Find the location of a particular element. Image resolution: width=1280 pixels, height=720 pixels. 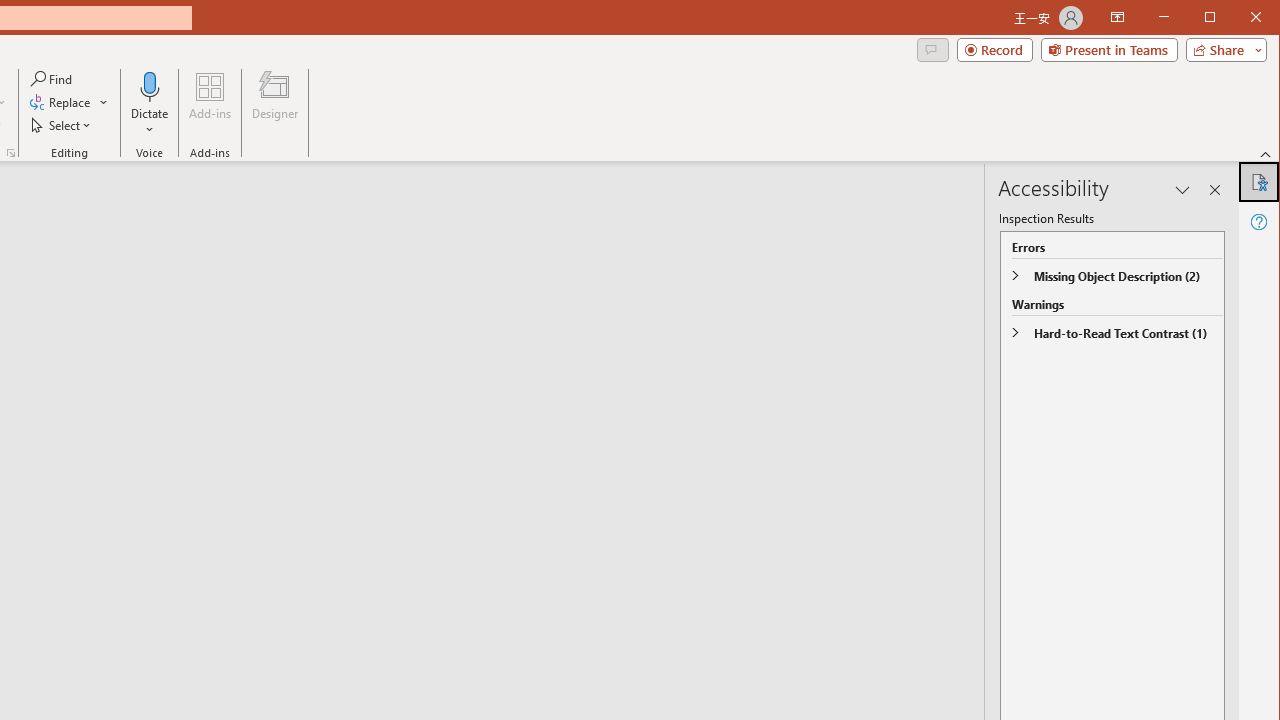

'Dictate' is located at coordinates (149, 85).